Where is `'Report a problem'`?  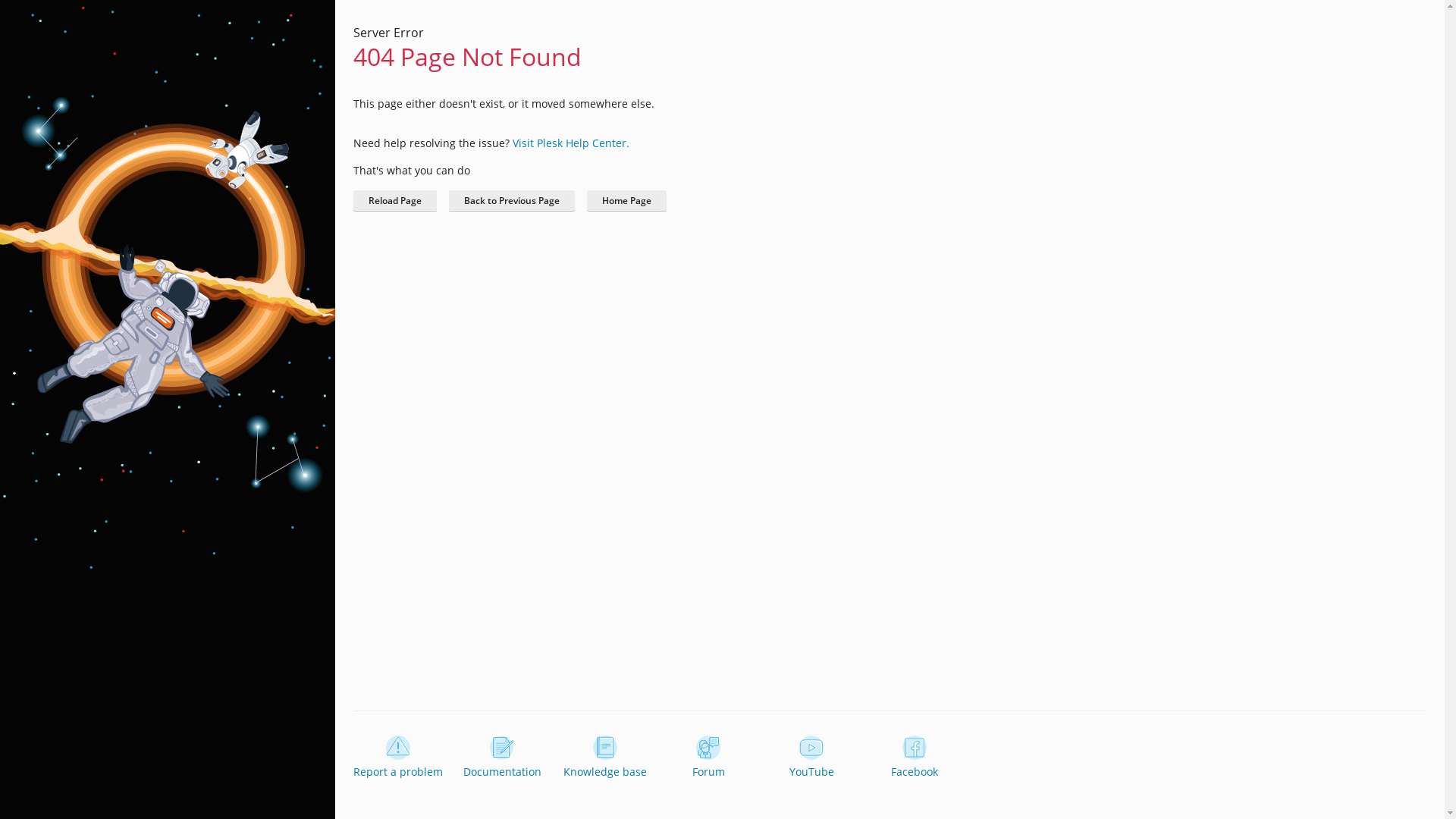
'Report a problem' is located at coordinates (397, 758).